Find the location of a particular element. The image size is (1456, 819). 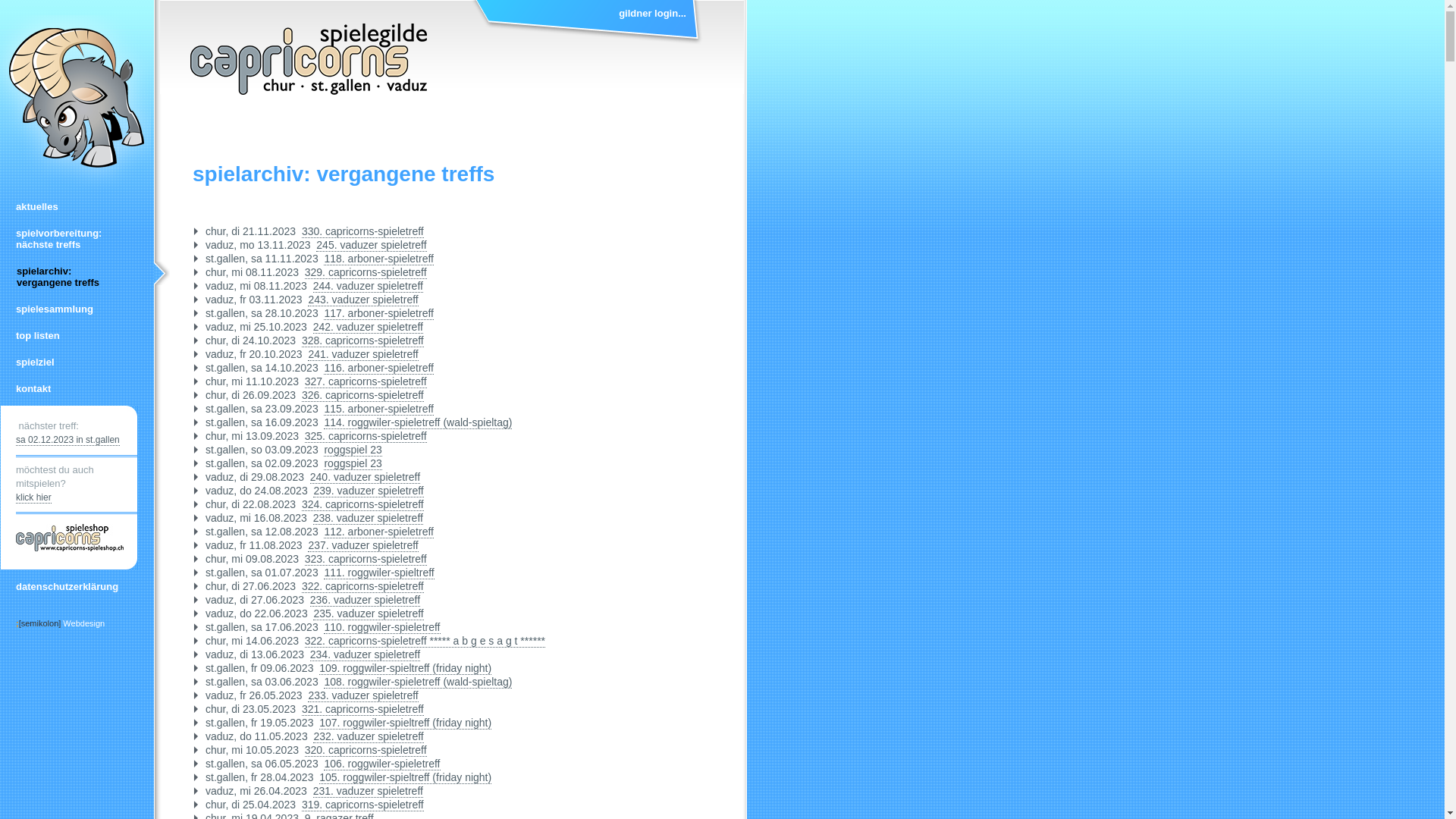

'328. capricorns-spieletreff' is located at coordinates (362, 340).